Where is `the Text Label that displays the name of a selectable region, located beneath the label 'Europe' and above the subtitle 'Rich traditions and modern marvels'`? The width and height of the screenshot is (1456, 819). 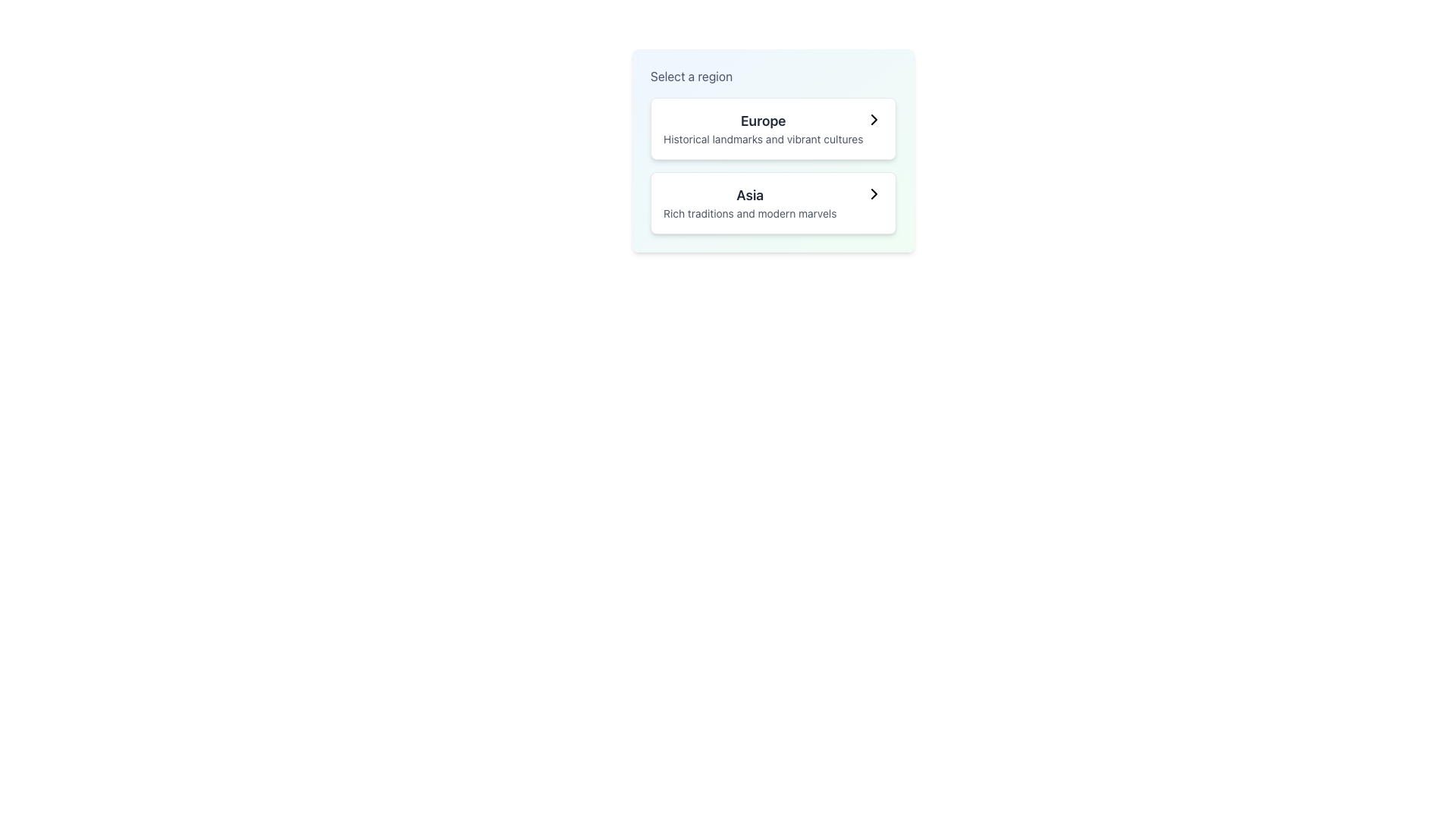
the Text Label that displays the name of a selectable region, located beneath the label 'Europe' and above the subtitle 'Rich traditions and modern marvels' is located at coordinates (750, 195).